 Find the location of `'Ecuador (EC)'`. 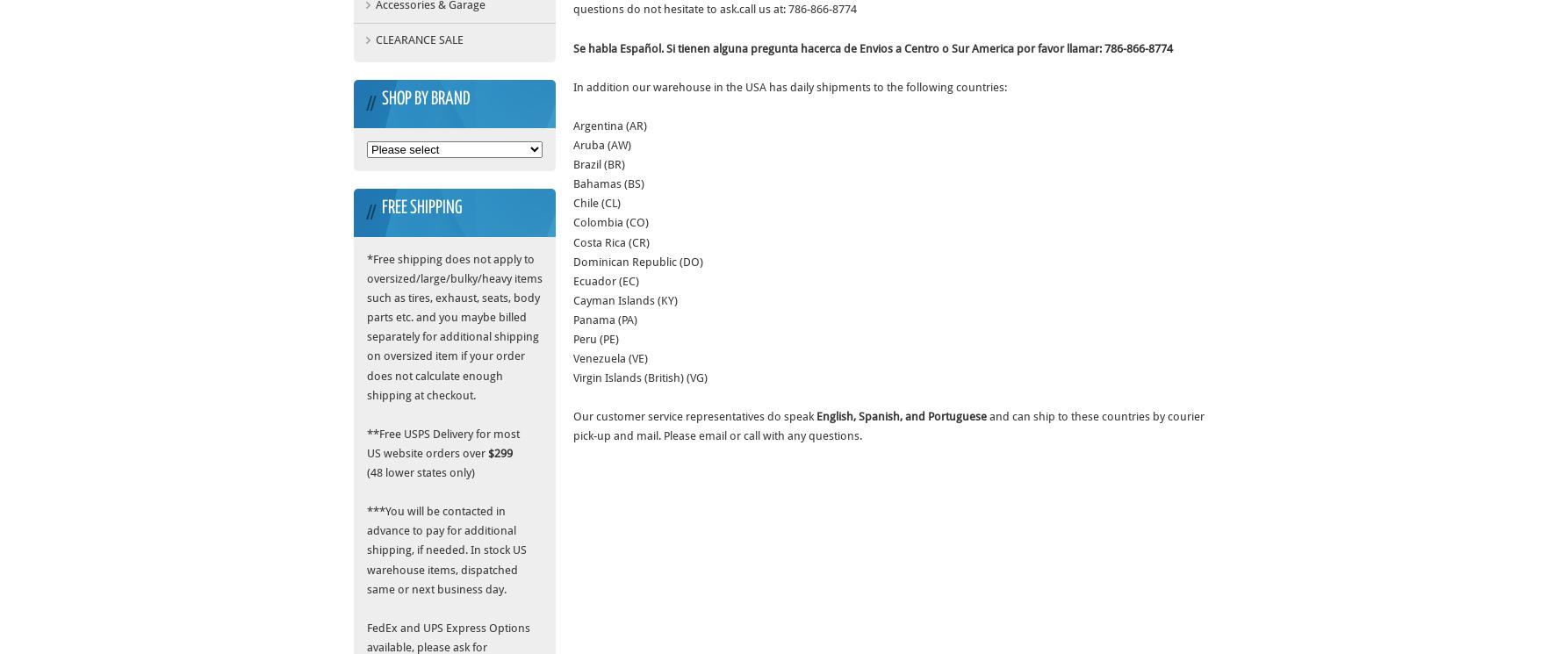

'Ecuador (EC)' is located at coordinates (606, 279).